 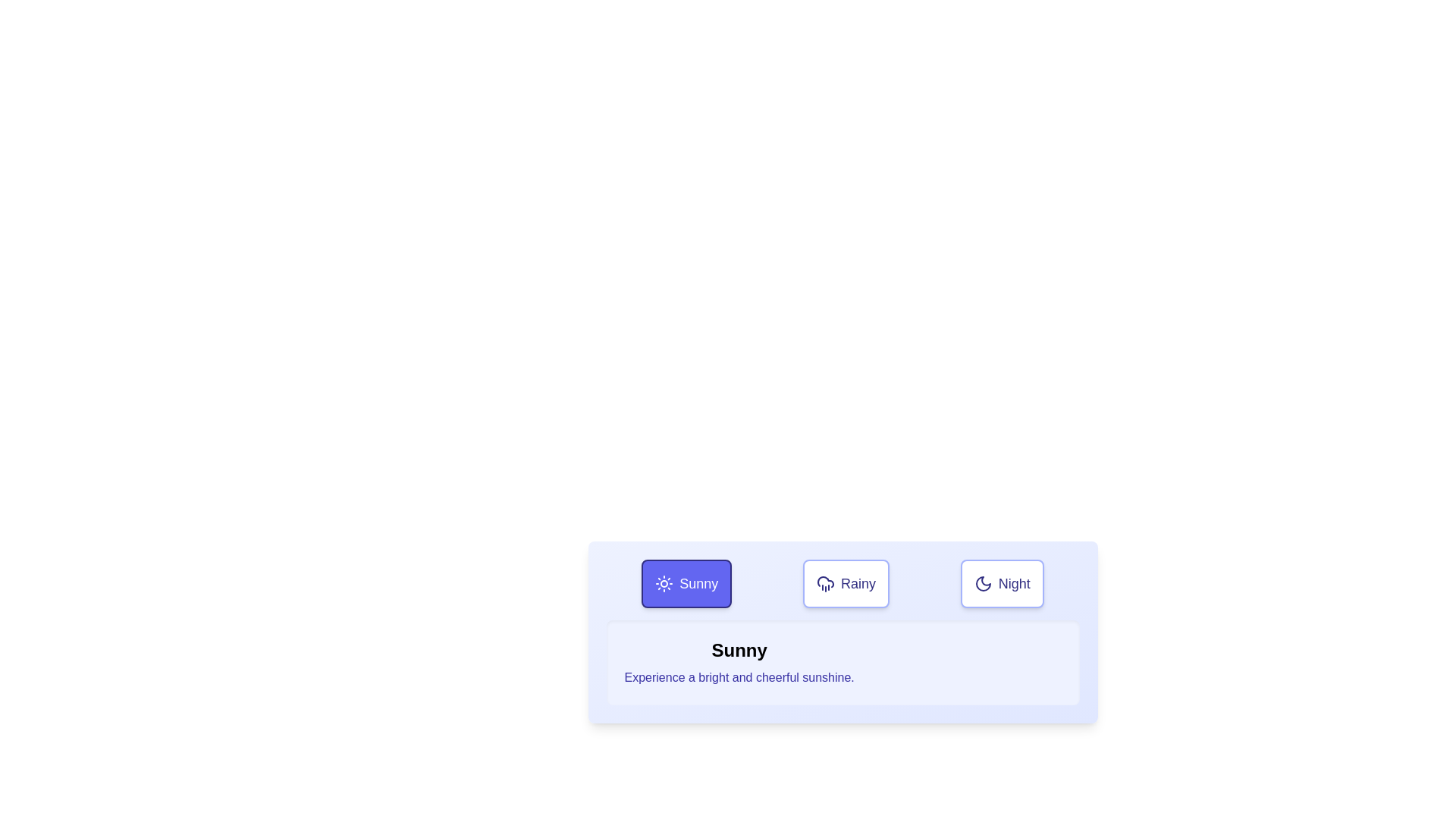 What do you see at coordinates (983, 583) in the screenshot?
I see `the moon-shaped icon within the 'Night' button, which is part of a horizontal button group that includes 'Sunny' and 'Rainy' buttons, located at the top of the lower interface section` at bounding box center [983, 583].